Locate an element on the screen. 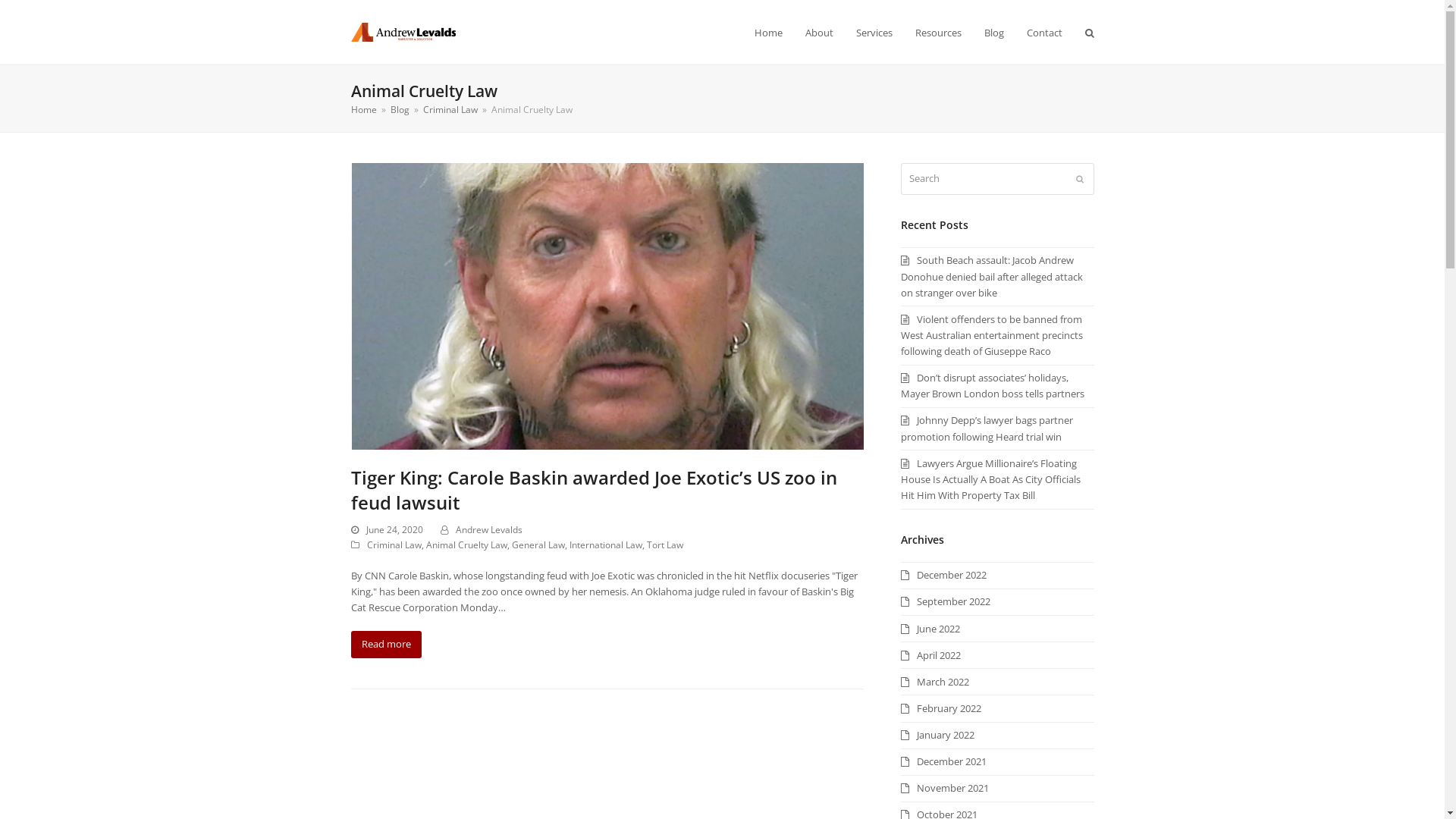  'About' is located at coordinates (817, 32).